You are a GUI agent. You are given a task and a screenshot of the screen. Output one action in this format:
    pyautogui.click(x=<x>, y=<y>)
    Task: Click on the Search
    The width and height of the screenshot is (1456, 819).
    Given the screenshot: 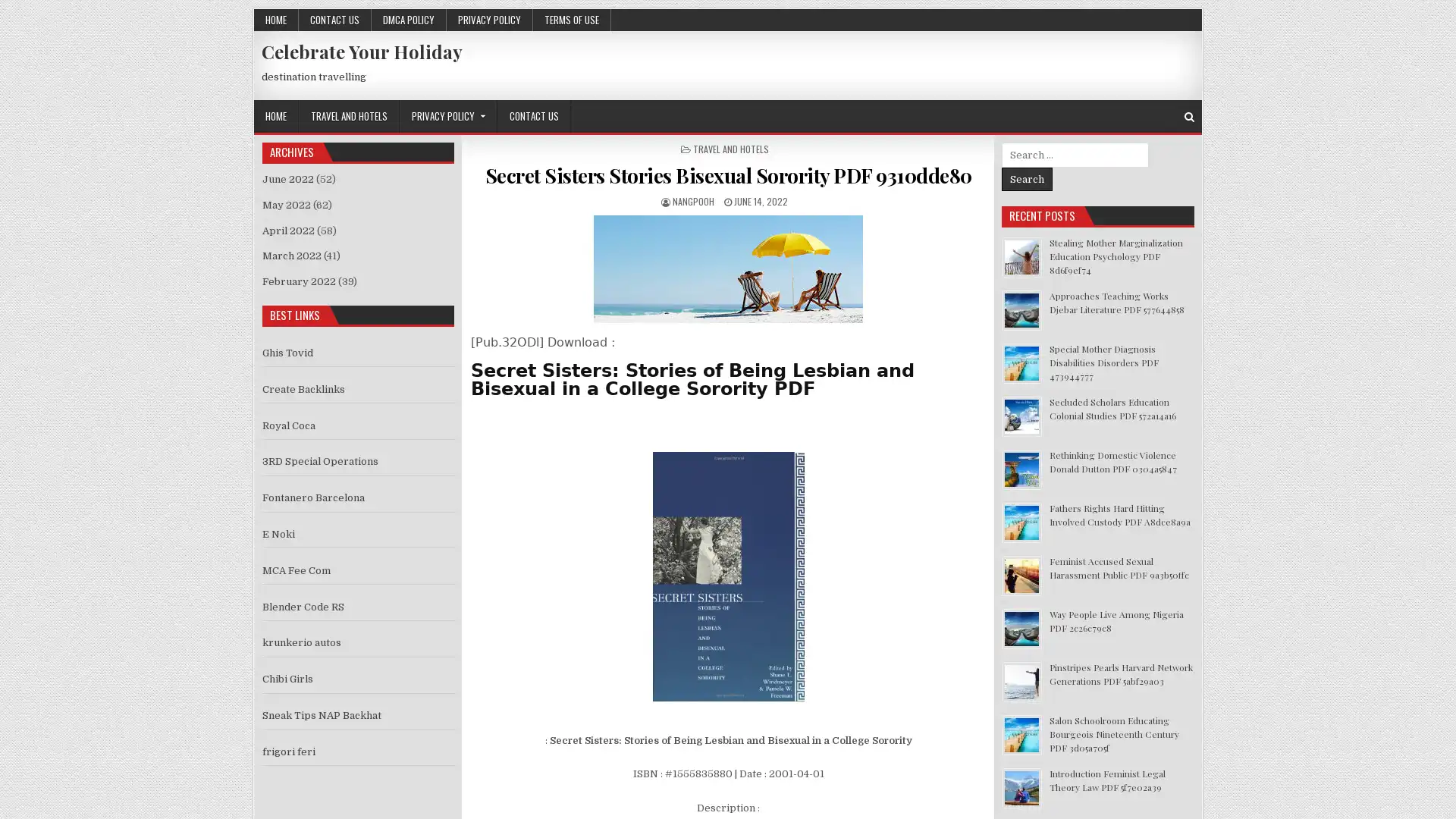 What is the action you would take?
    pyautogui.click(x=1027, y=178)
    